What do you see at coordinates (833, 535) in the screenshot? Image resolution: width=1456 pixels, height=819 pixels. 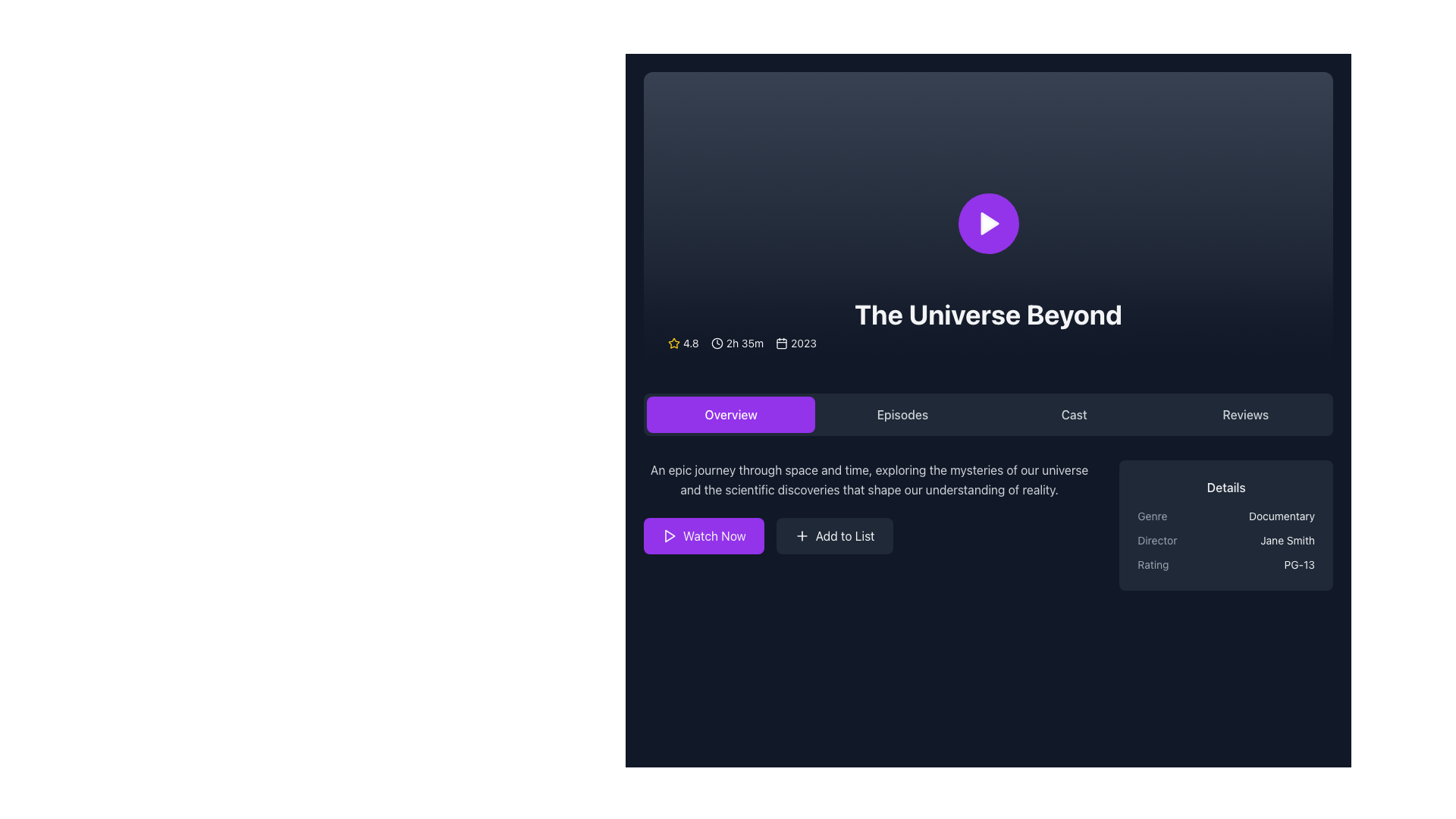 I see `the 'Add to List' button, which is a rectangular button with rounded corners and a dark gray background that lightens slightly when hovered` at bounding box center [833, 535].